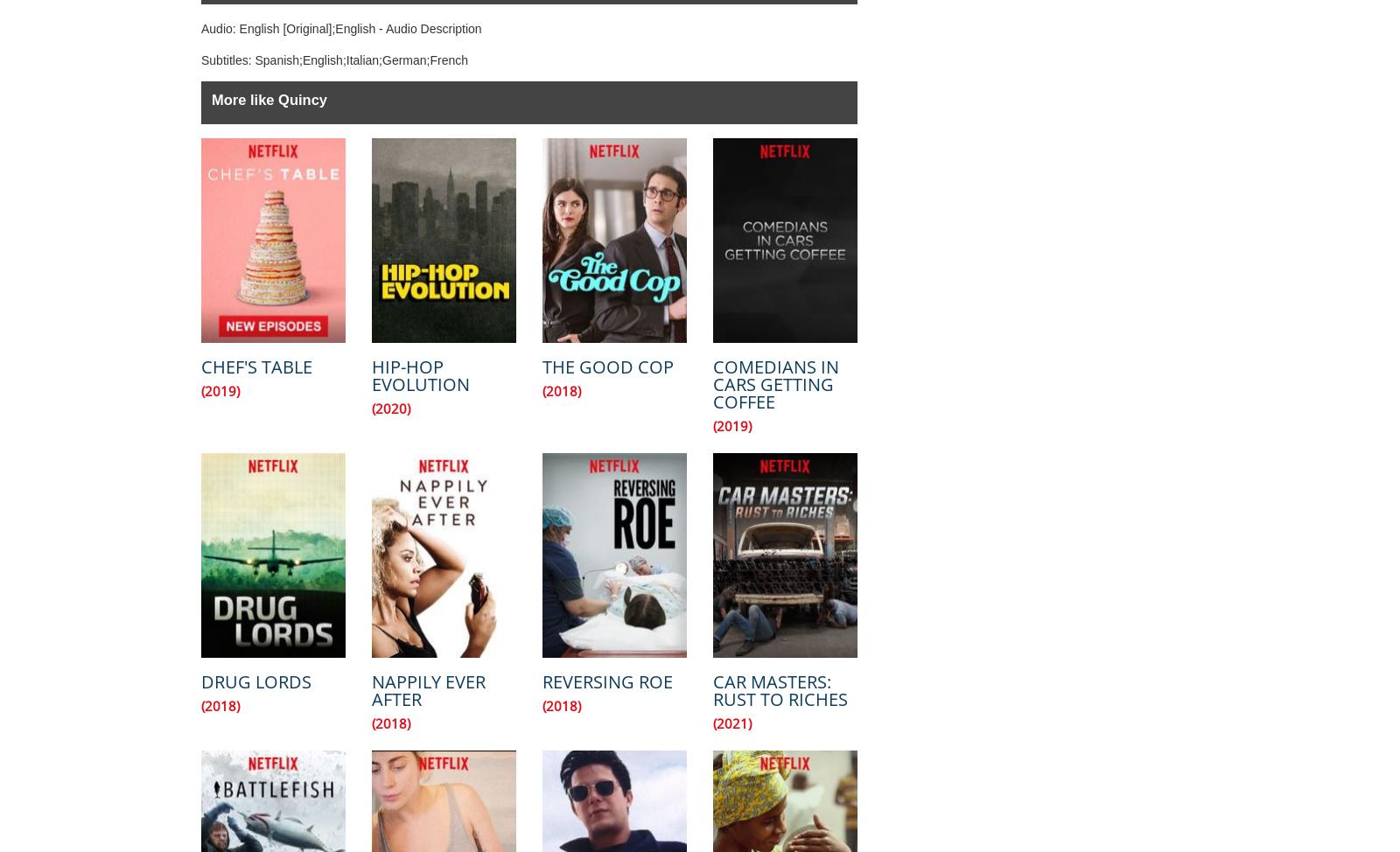 The image size is (1400, 852). I want to click on 'Audio: English [Original];English - Audio Description', so click(340, 29).